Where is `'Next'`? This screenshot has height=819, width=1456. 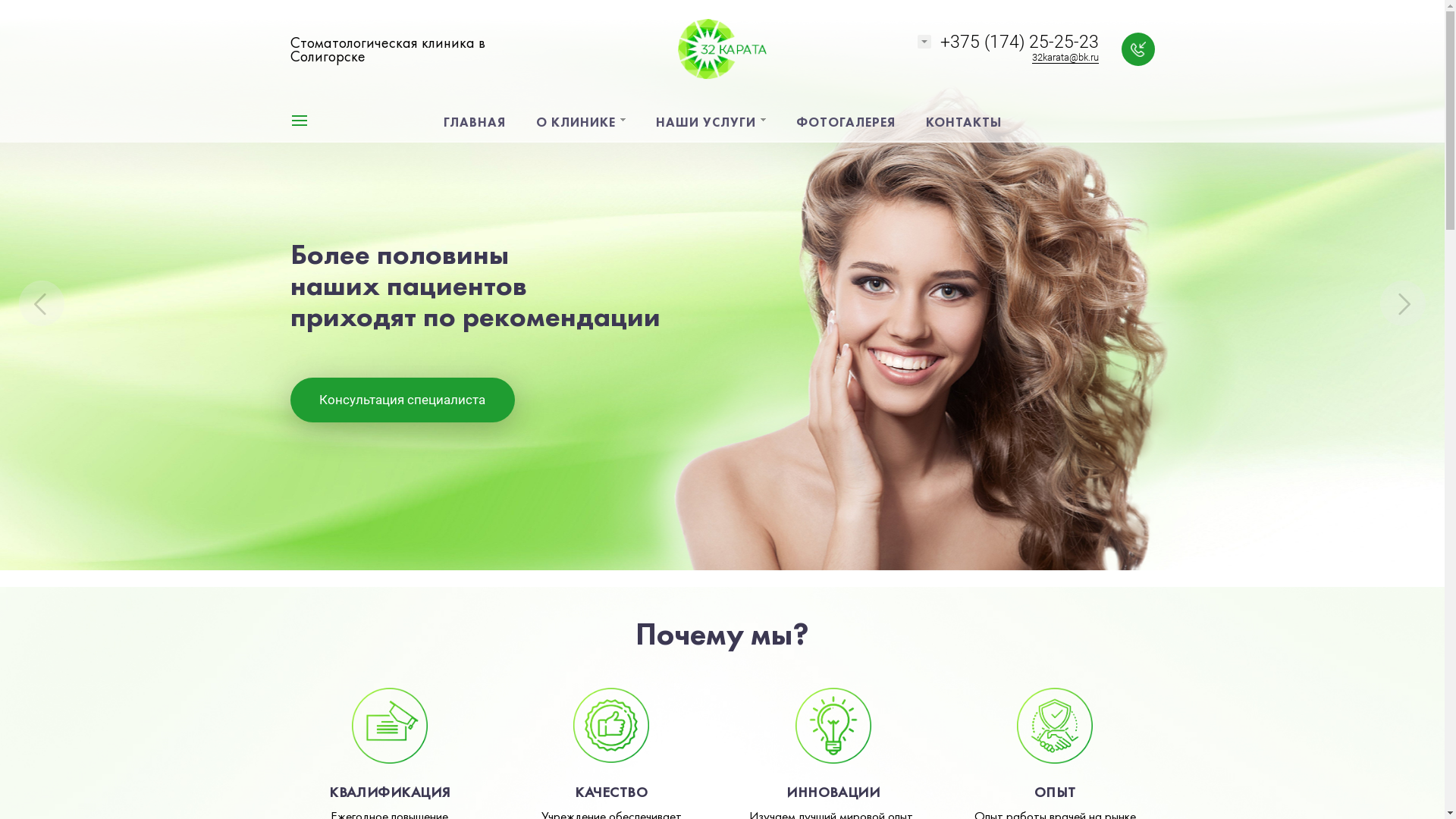
'Next' is located at coordinates (1401, 303).